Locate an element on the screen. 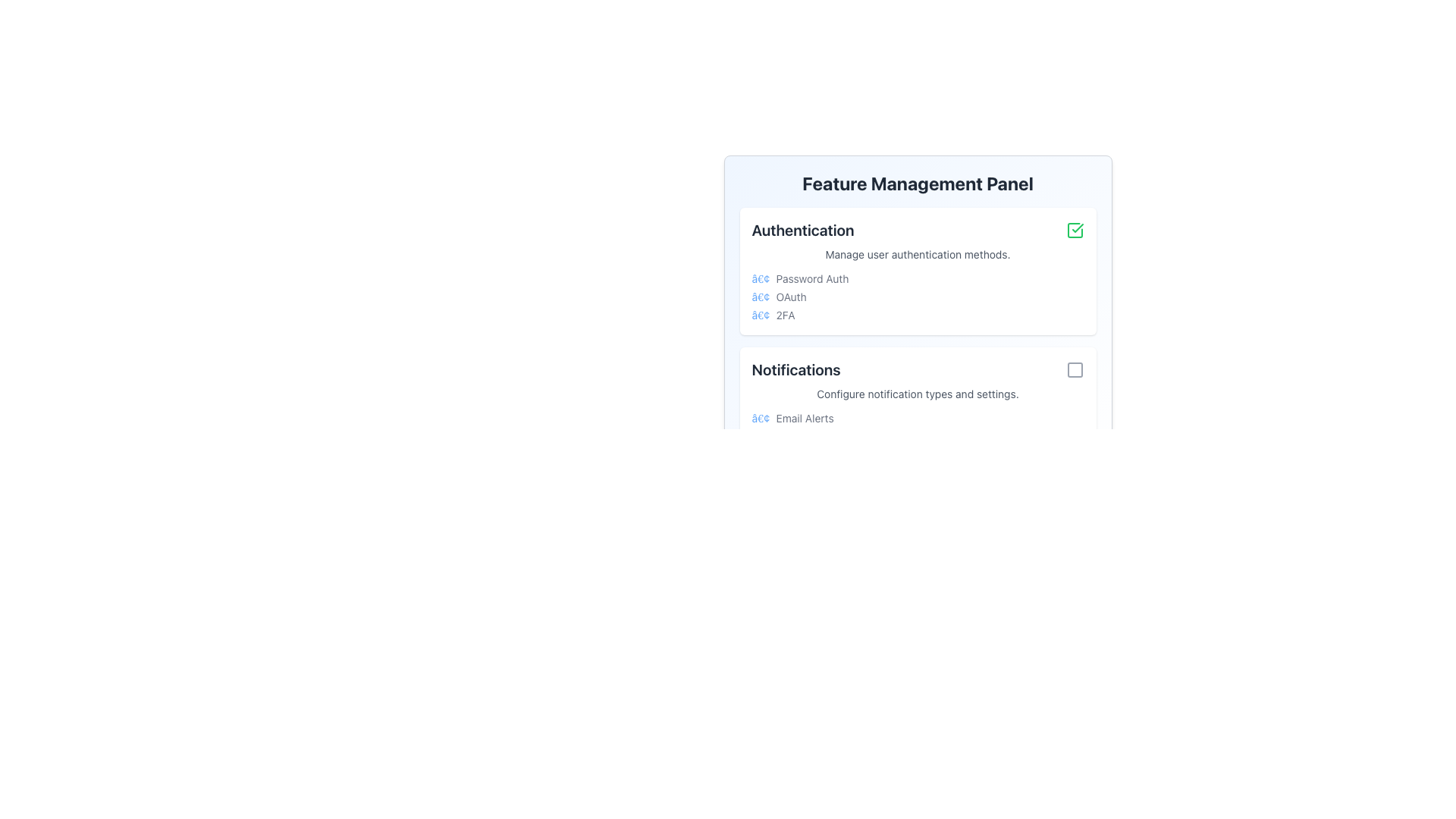 The image size is (1456, 819). the 'Authentication' panel, which is the first of two main sections displaying user authentication-related information and methods is located at coordinates (917, 271).